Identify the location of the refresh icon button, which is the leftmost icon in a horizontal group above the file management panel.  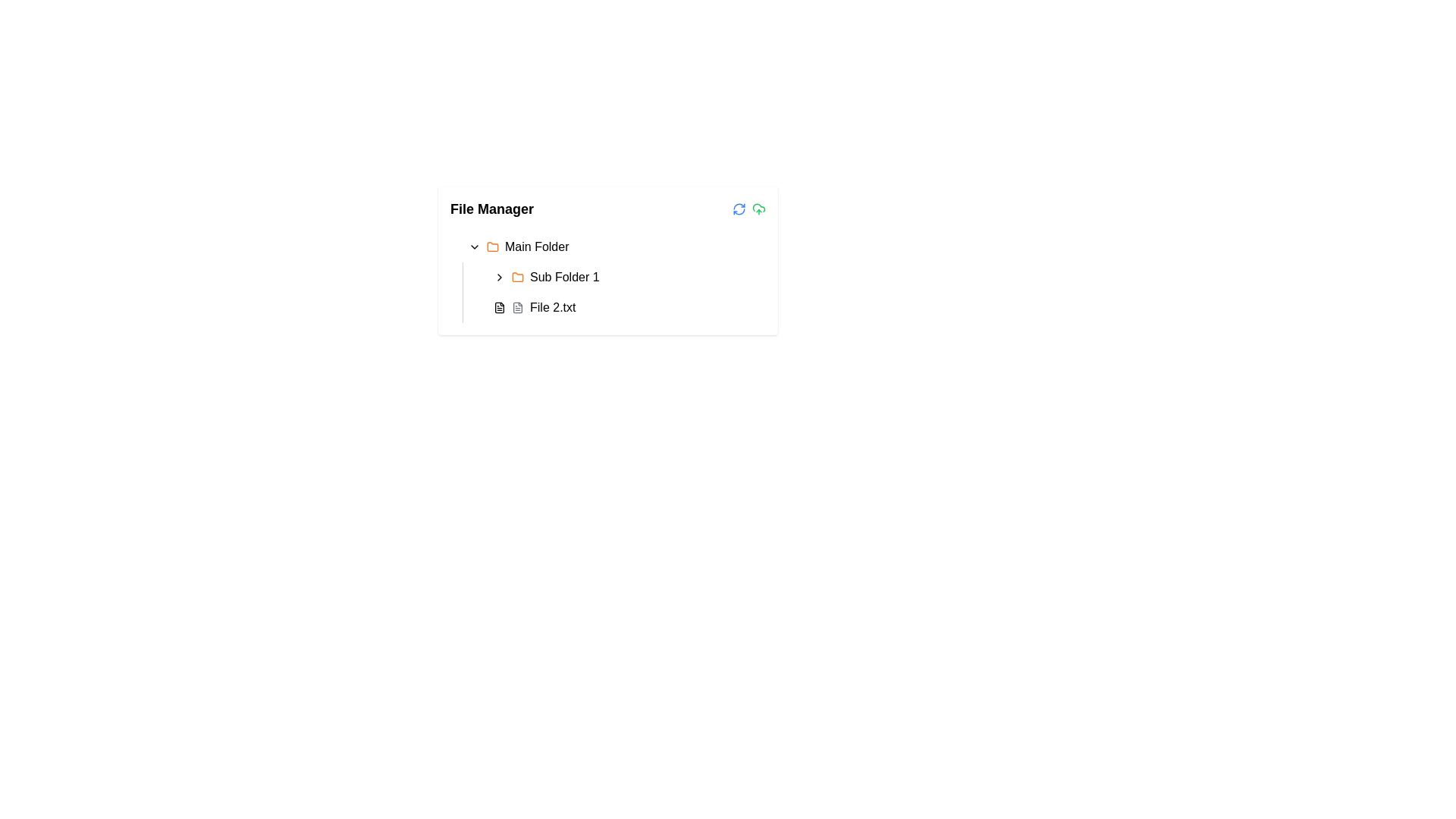
(739, 209).